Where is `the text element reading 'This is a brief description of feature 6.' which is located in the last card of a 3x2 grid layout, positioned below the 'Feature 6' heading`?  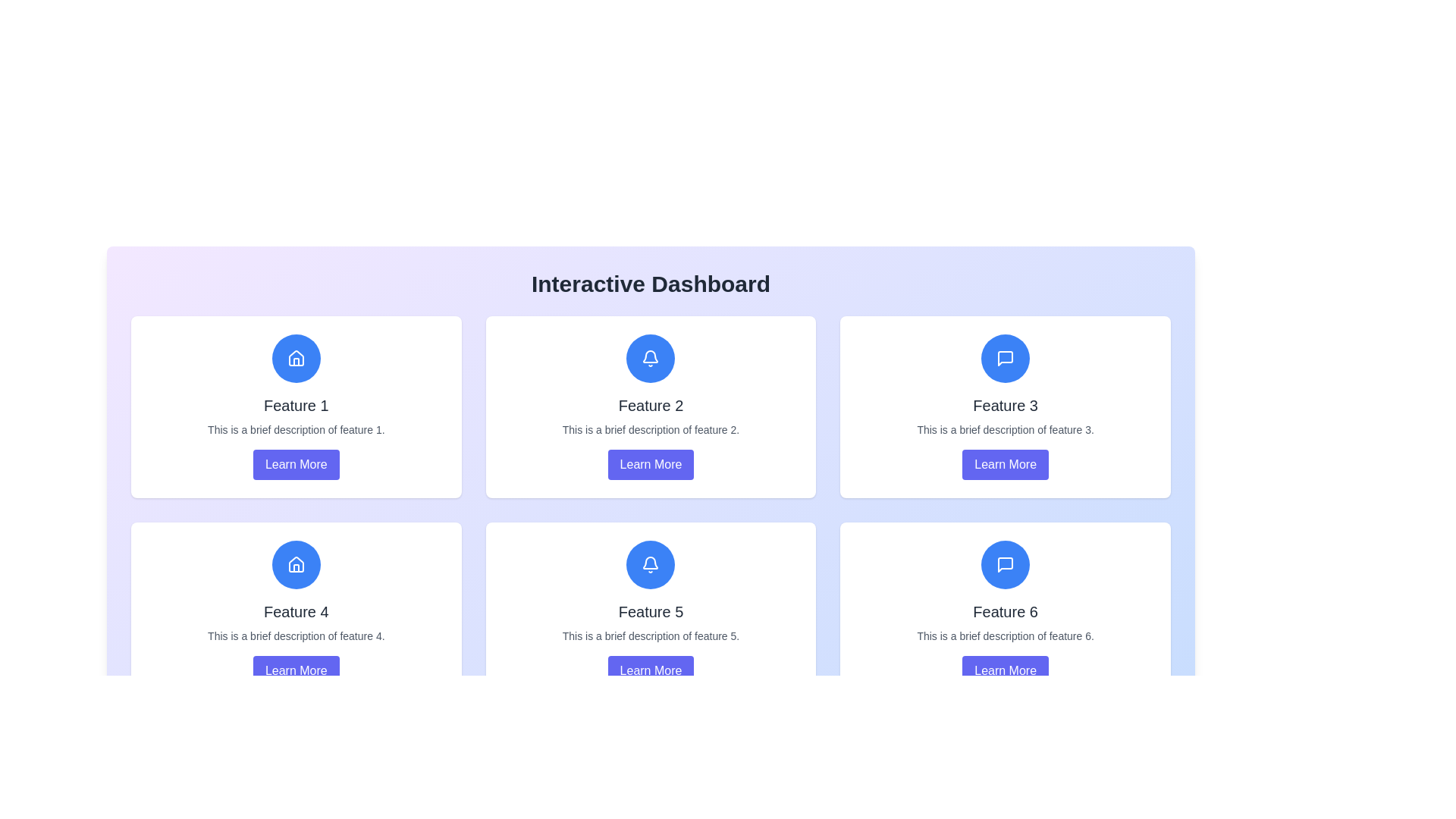 the text element reading 'This is a brief description of feature 6.' which is located in the last card of a 3x2 grid layout, positioned below the 'Feature 6' heading is located at coordinates (1006, 636).